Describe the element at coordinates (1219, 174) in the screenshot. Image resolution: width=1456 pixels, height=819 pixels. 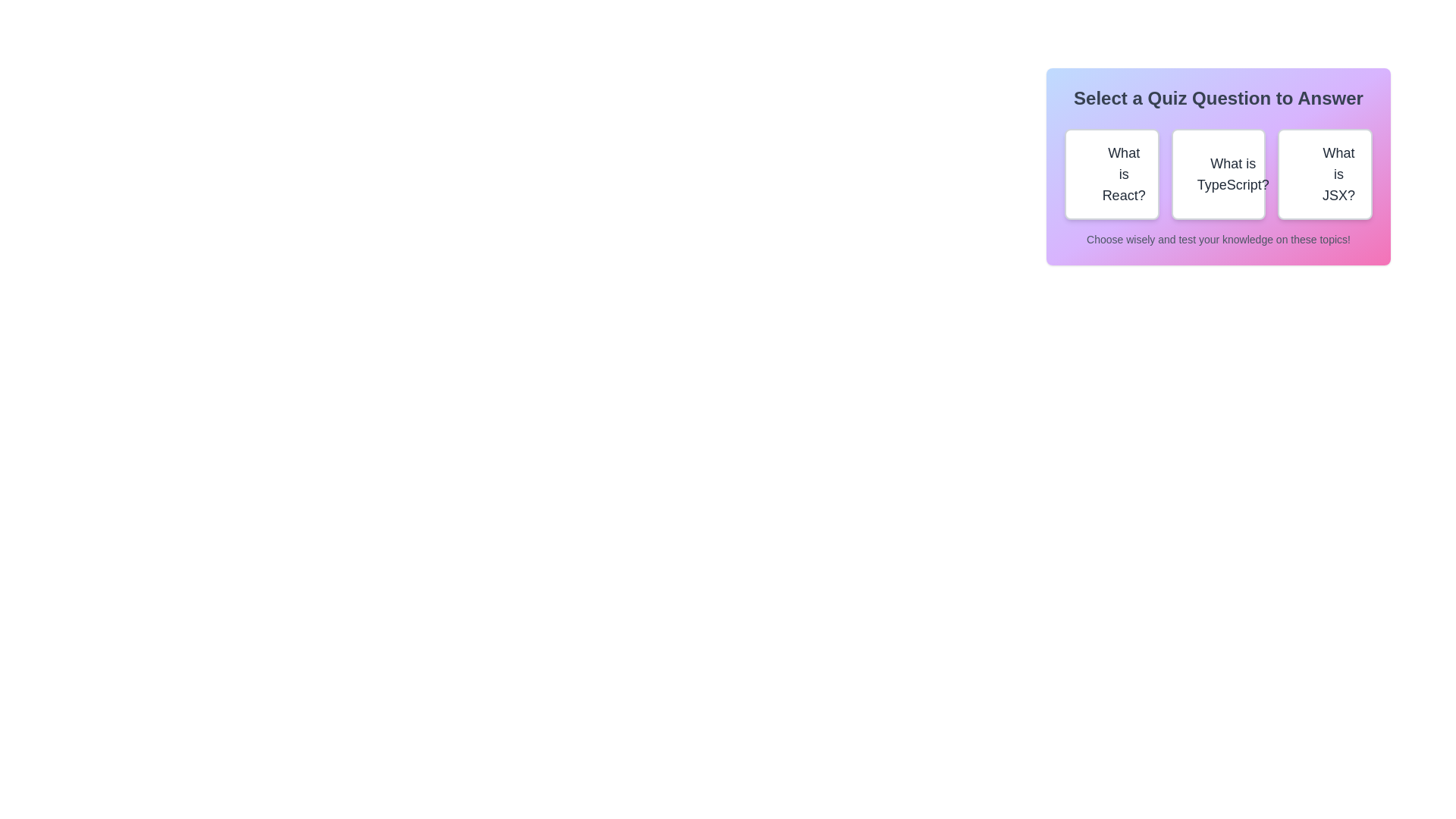
I see `the button labeled 'What is TypeScript?' located in the section titled 'Select a Quiz Question to Answer', which is positioned between the buttons 'What is React?' and 'What is JSX?'` at that location.